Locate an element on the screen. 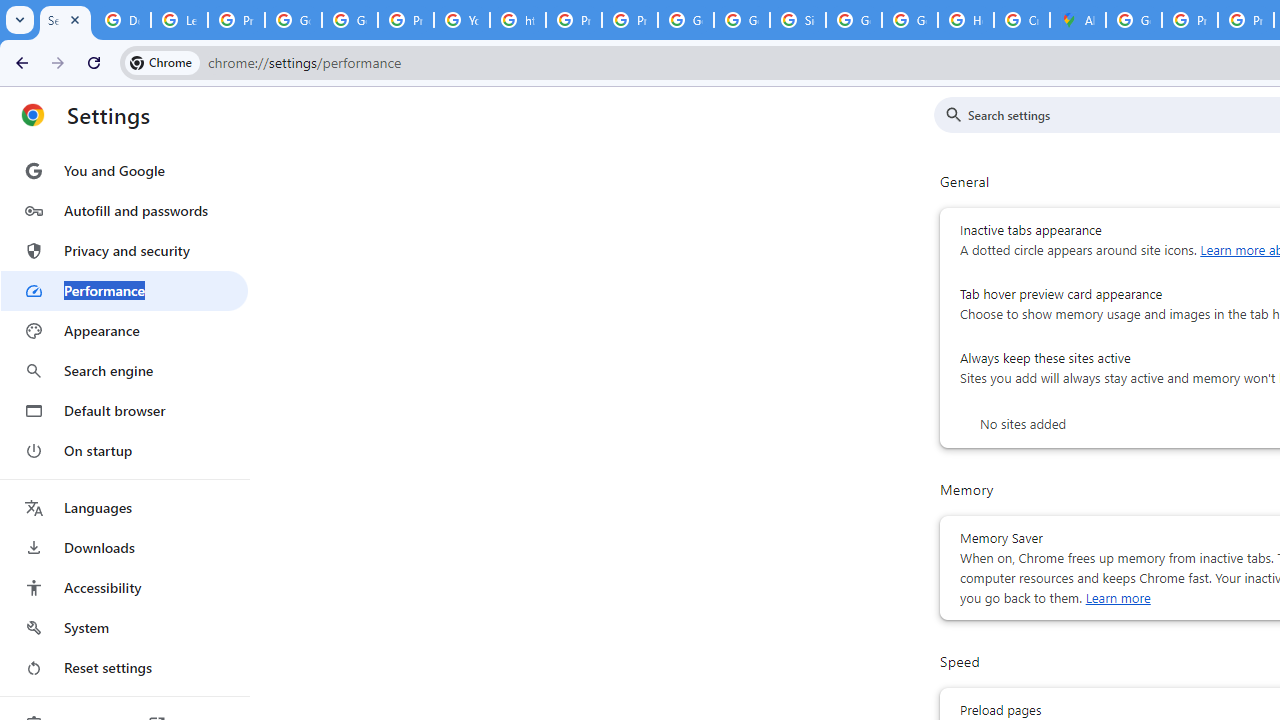  'On startup' is located at coordinates (123, 451).